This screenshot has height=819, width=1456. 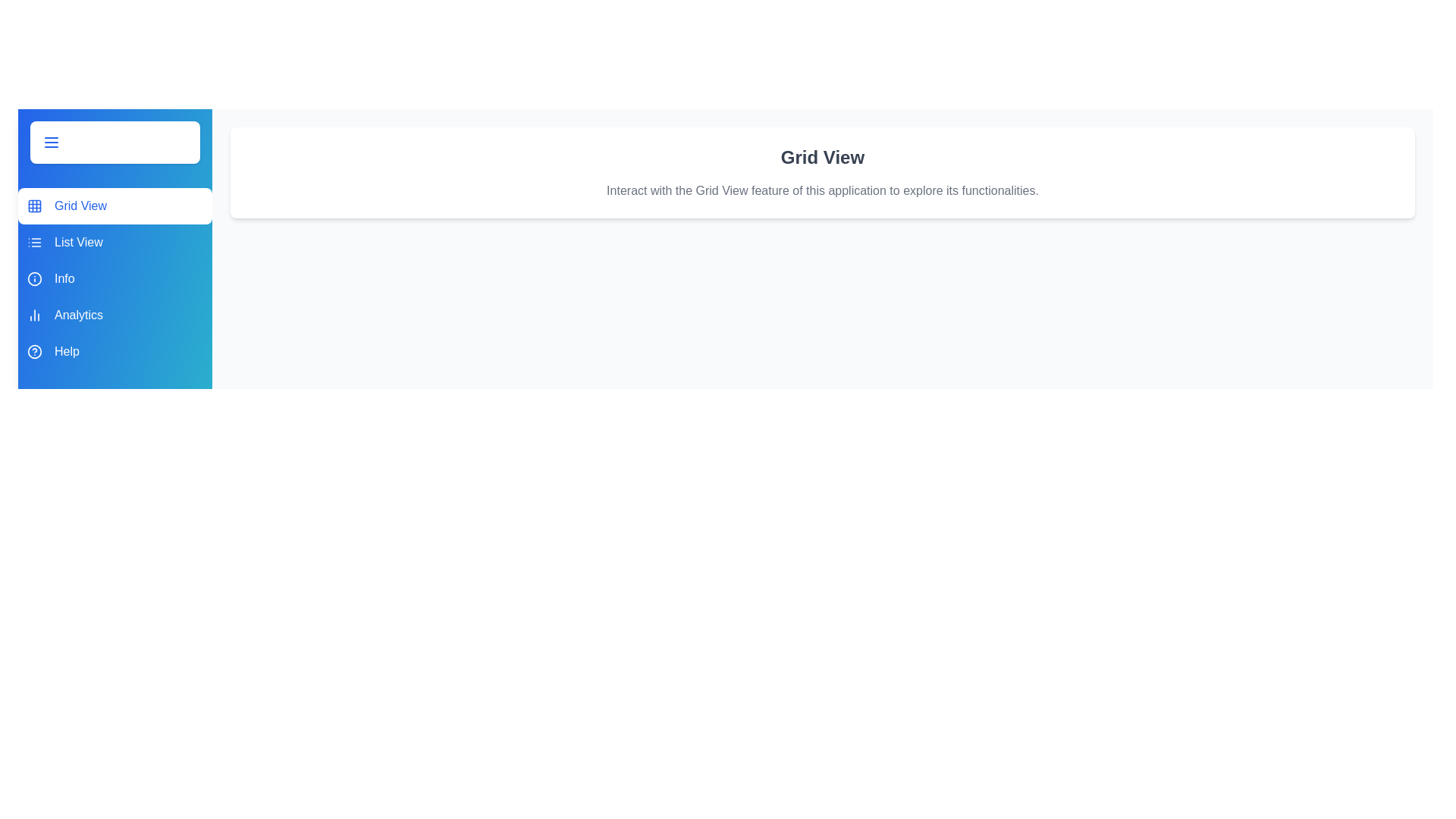 I want to click on the sidebar menu item labeled List View, so click(x=115, y=242).